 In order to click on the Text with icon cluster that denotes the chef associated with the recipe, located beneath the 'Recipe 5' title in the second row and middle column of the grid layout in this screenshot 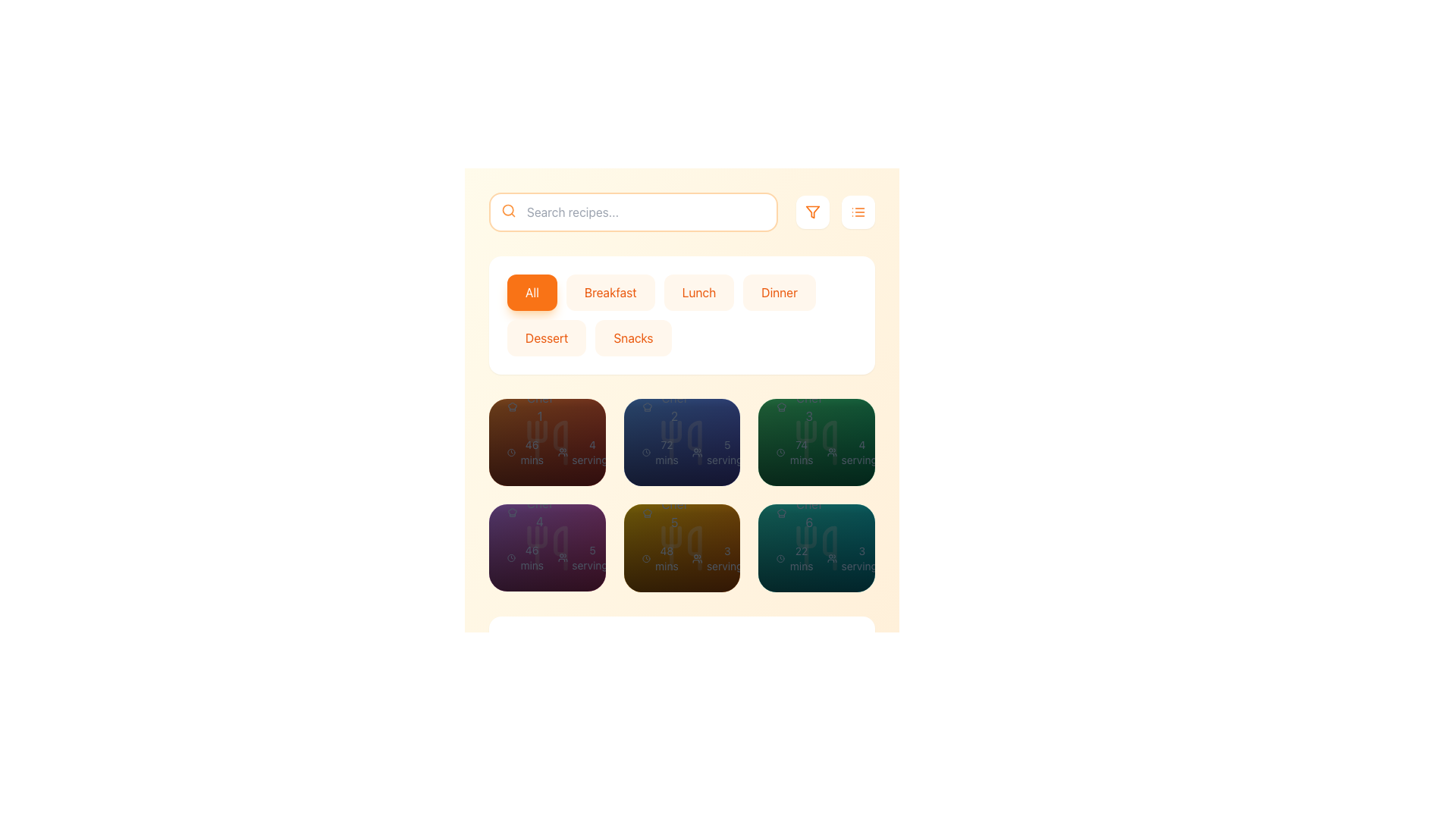, I will do `click(666, 512)`.